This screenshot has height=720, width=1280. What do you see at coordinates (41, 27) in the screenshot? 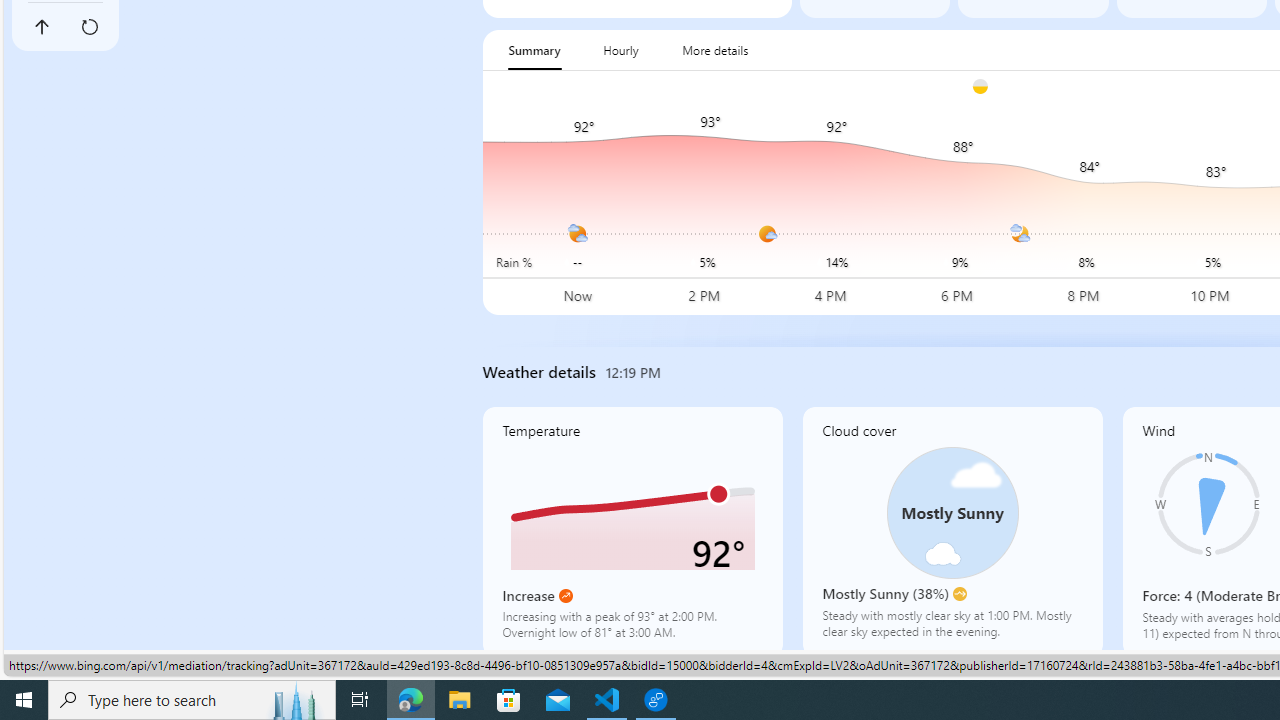
I see `'Back to top'` at bounding box center [41, 27].